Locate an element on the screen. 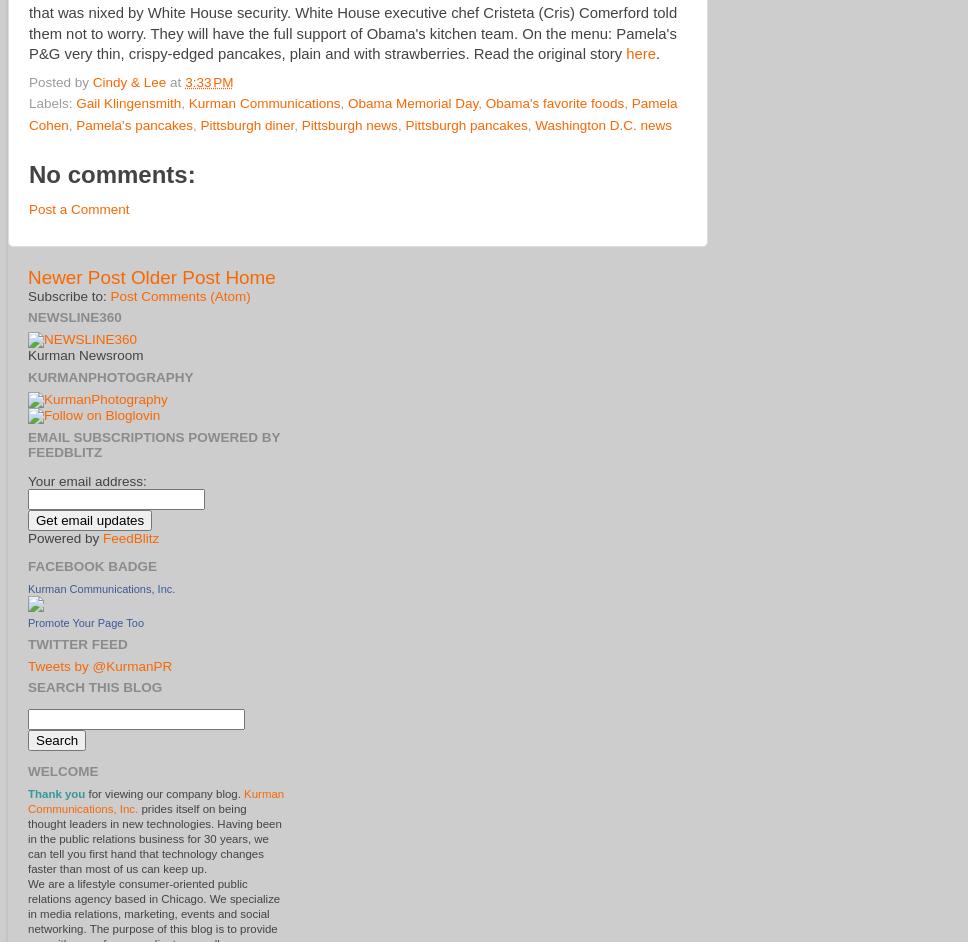 This screenshot has height=942, width=968. 'Gail Klingensmith' is located at coordinates (127, 103).